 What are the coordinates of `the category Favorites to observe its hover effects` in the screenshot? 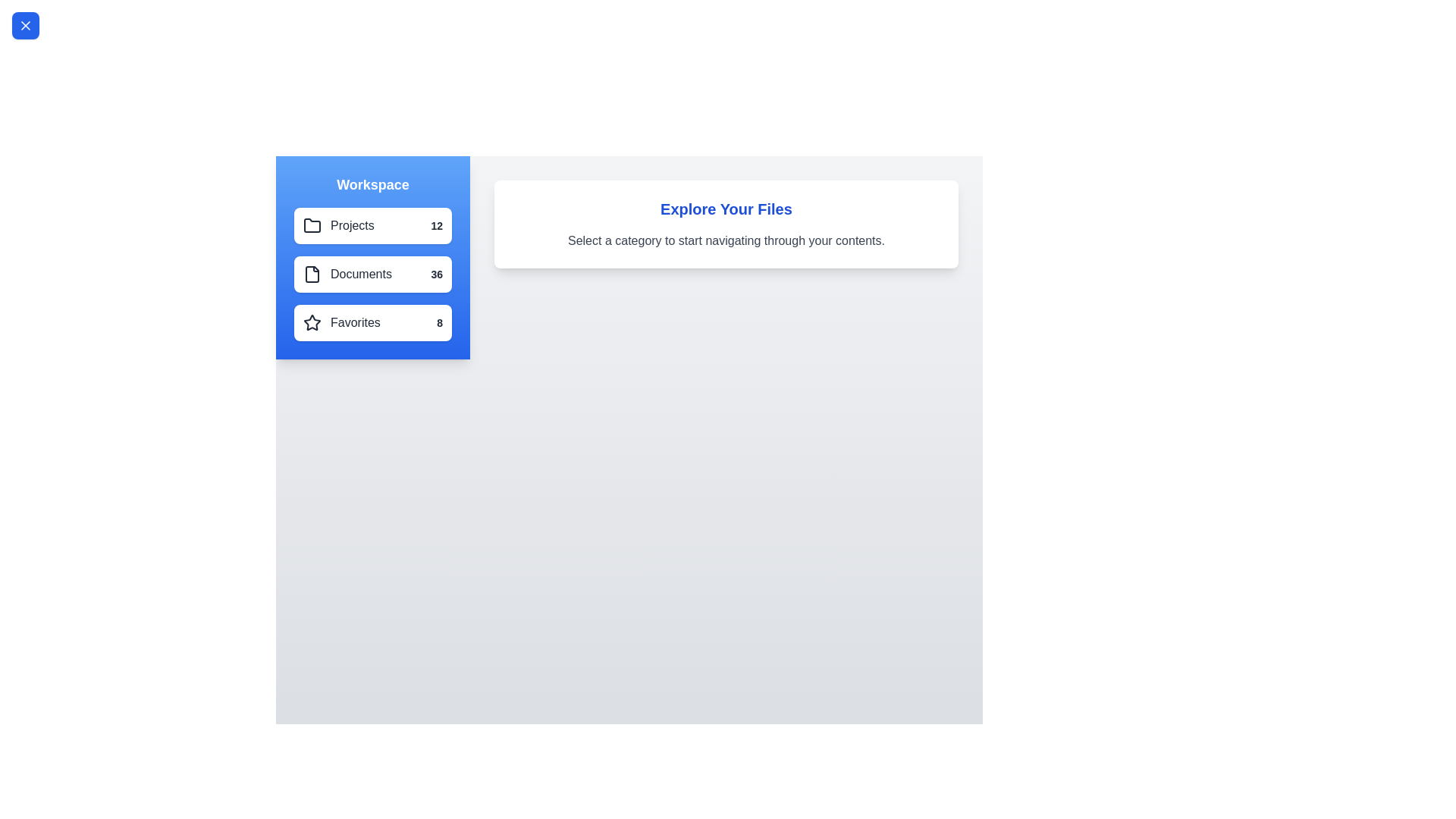 It's located at (372, 322).